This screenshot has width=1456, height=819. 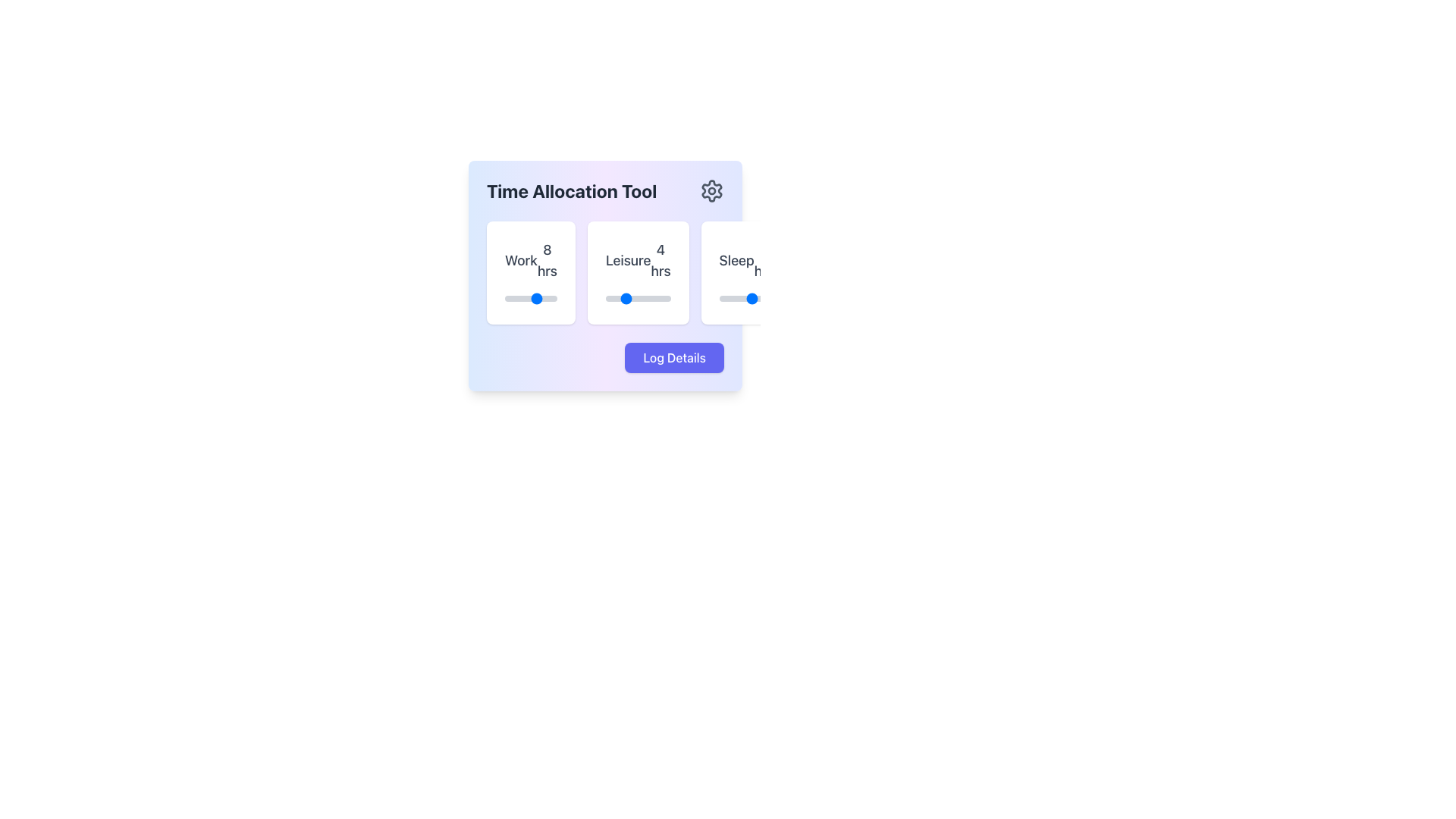 What do you see at coordinates (718, 298) in the screenshot?
I see `sleep hours` at bounding box center [718, 298].